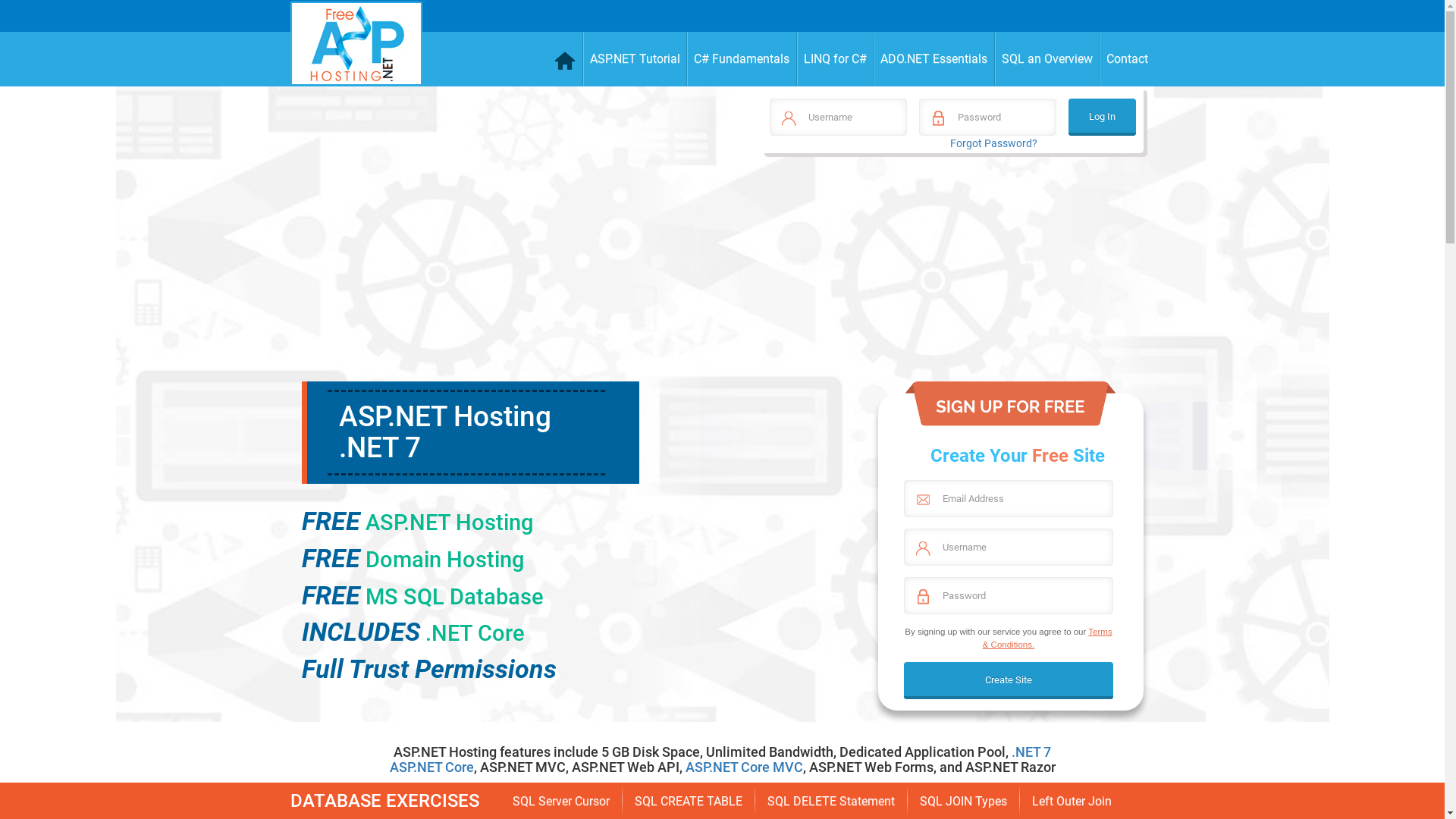 The width and height of the screenshot is (1456, 819). Describe the element at coordinates (1127, 58) in the screenshot. I see `'Contact'` at that location.